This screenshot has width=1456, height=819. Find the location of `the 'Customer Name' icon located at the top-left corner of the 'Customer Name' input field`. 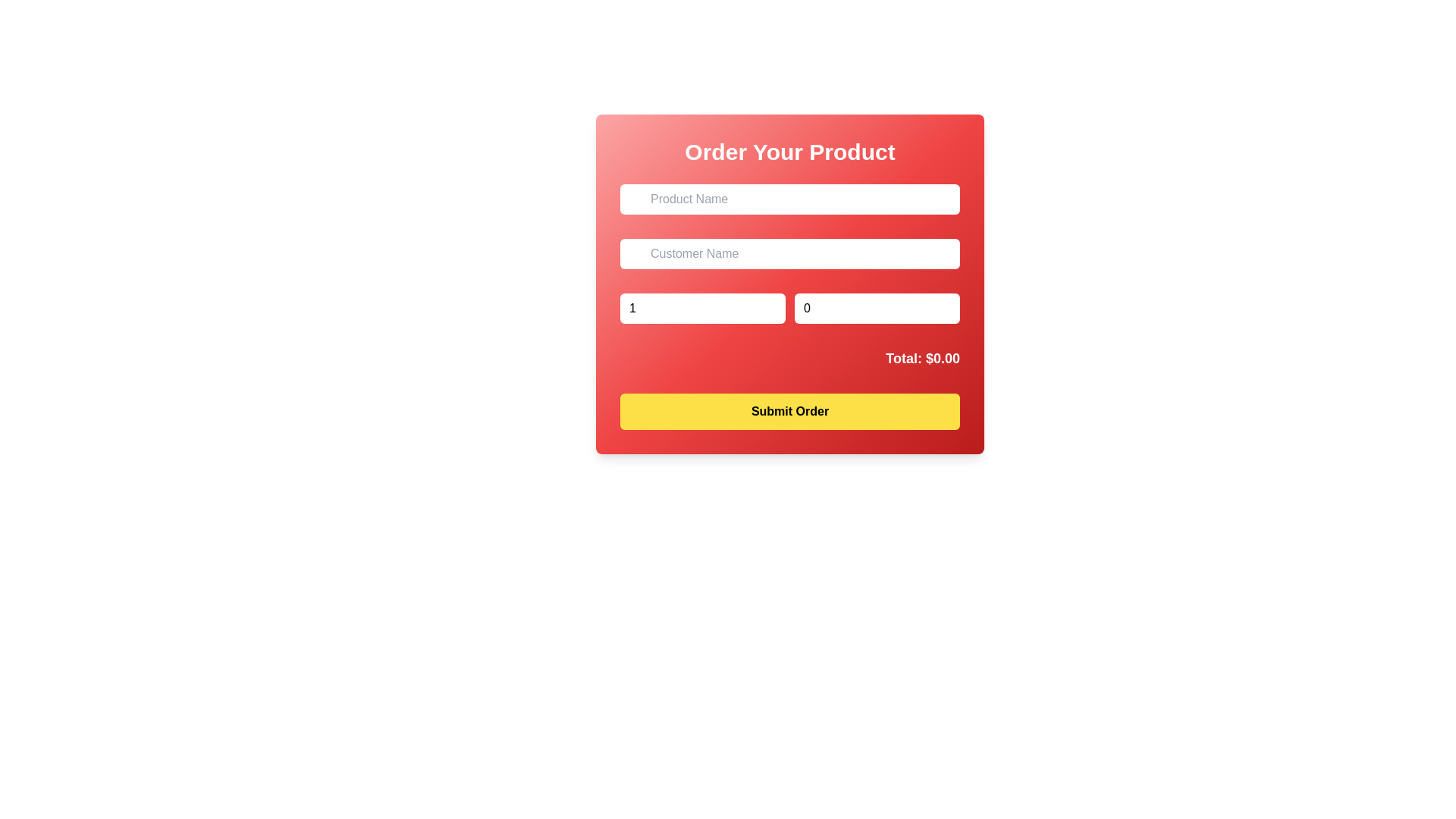

the 'Customer Name' icon located at the top-left corner of the 'Customer Name' input field is located at coordinates (637, 254).